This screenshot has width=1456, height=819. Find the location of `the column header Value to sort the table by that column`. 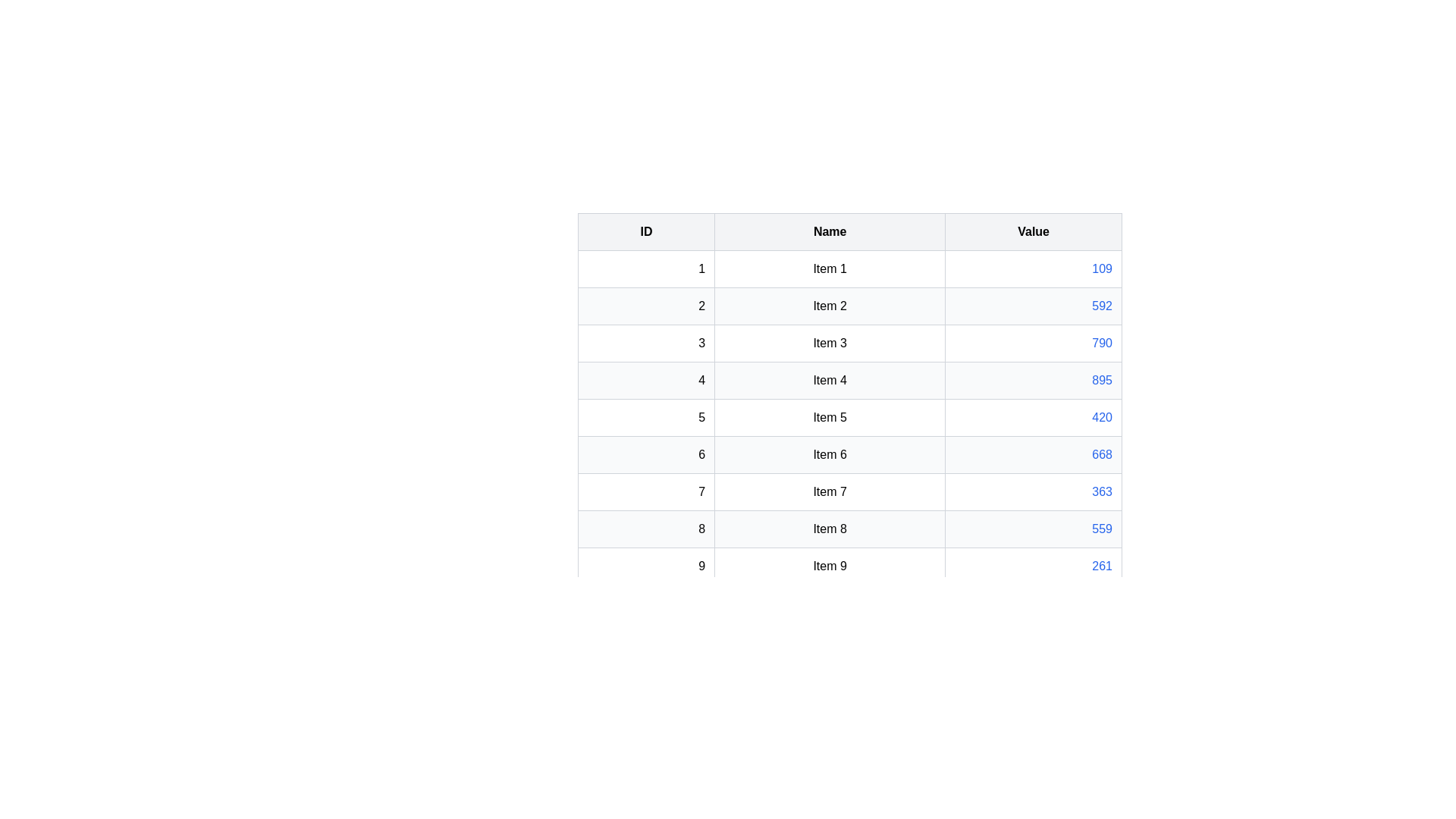

the column header Value to sort the table by that column is located at coordinates (1033, 231).